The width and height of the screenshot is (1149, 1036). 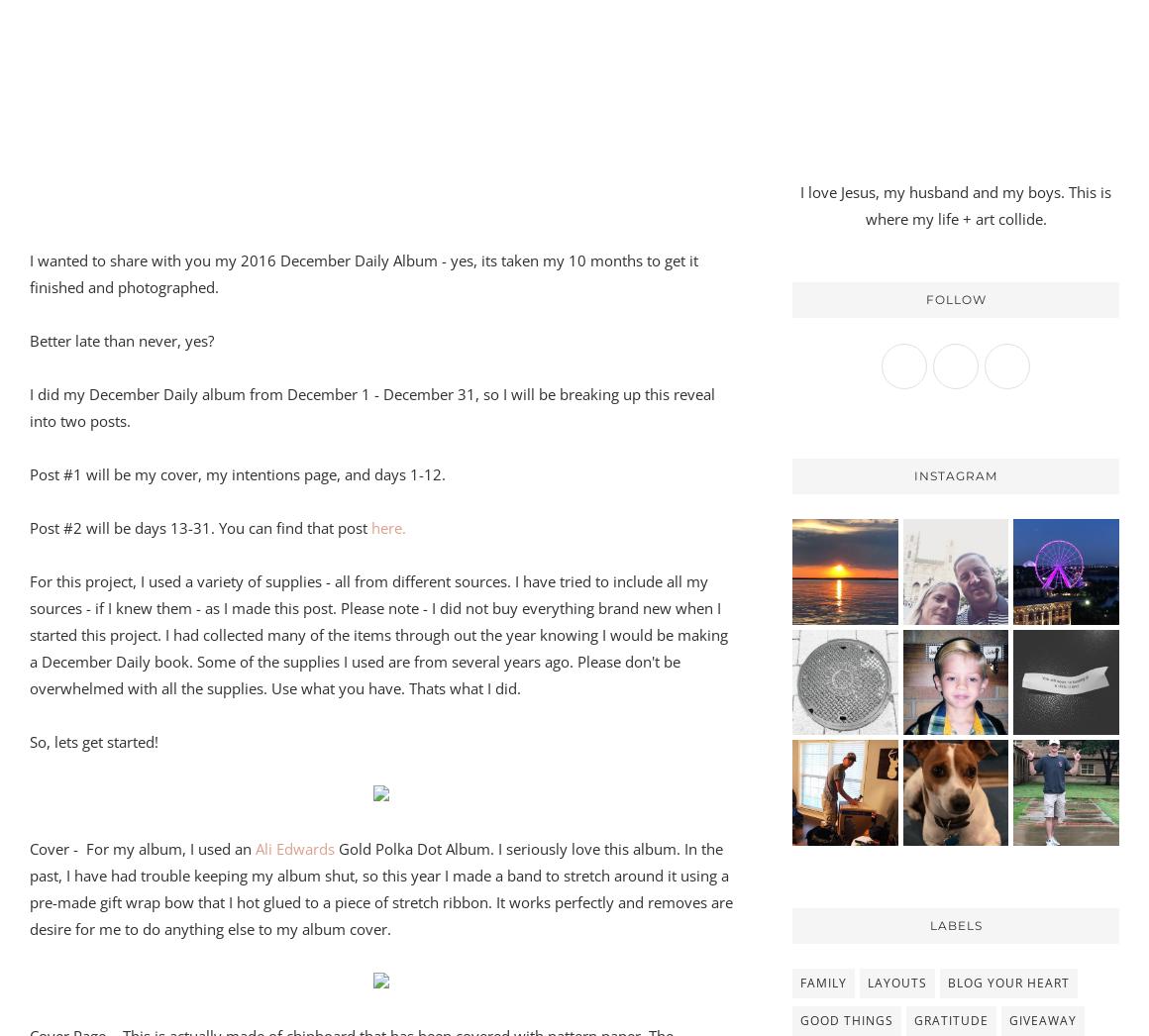 What do you see at coordinates (956, 474) in the screenshot?
I see `'Instagram'` at bounding box center [956, 474].